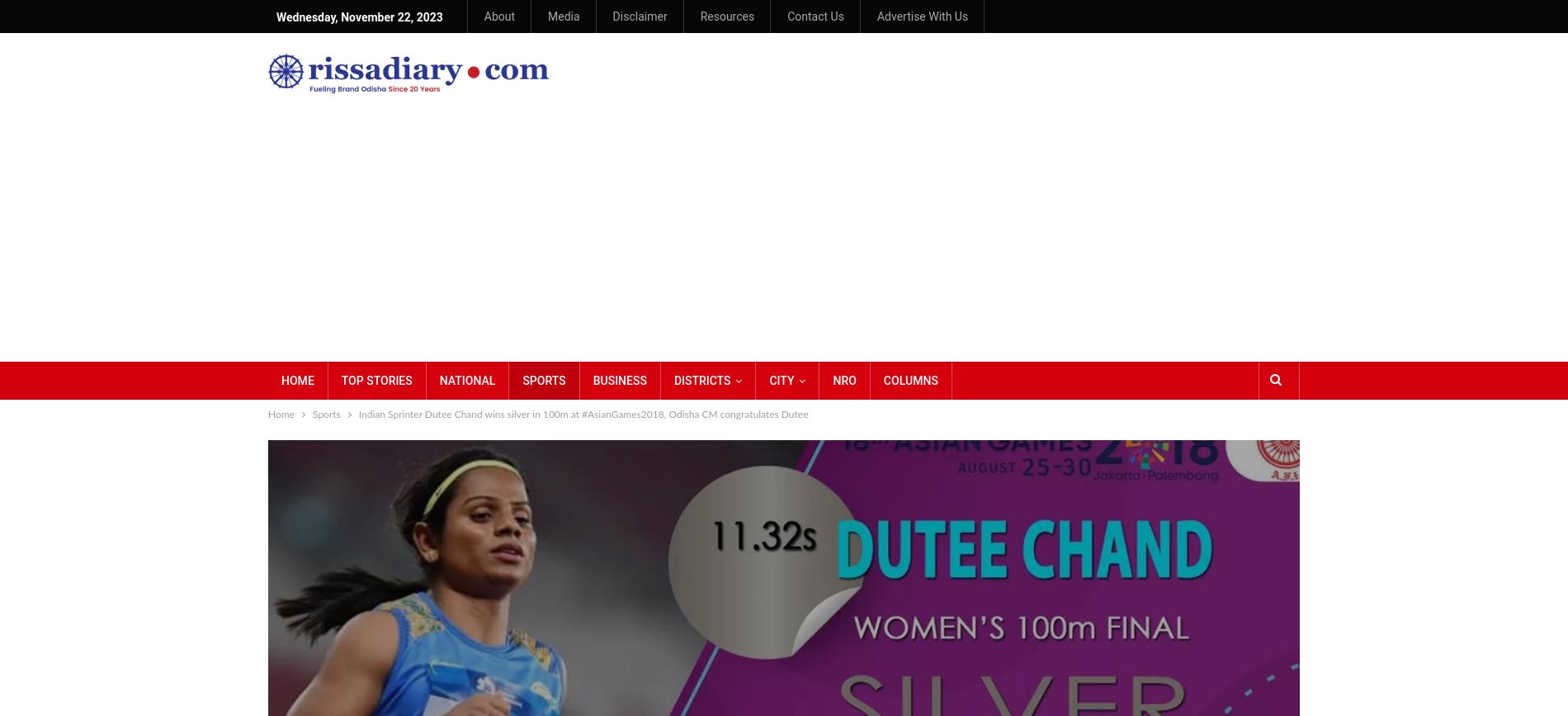 This screenshot has height=716, width=1568. I want to click on 'Search powered by Jetpack', so click(1326, 152).